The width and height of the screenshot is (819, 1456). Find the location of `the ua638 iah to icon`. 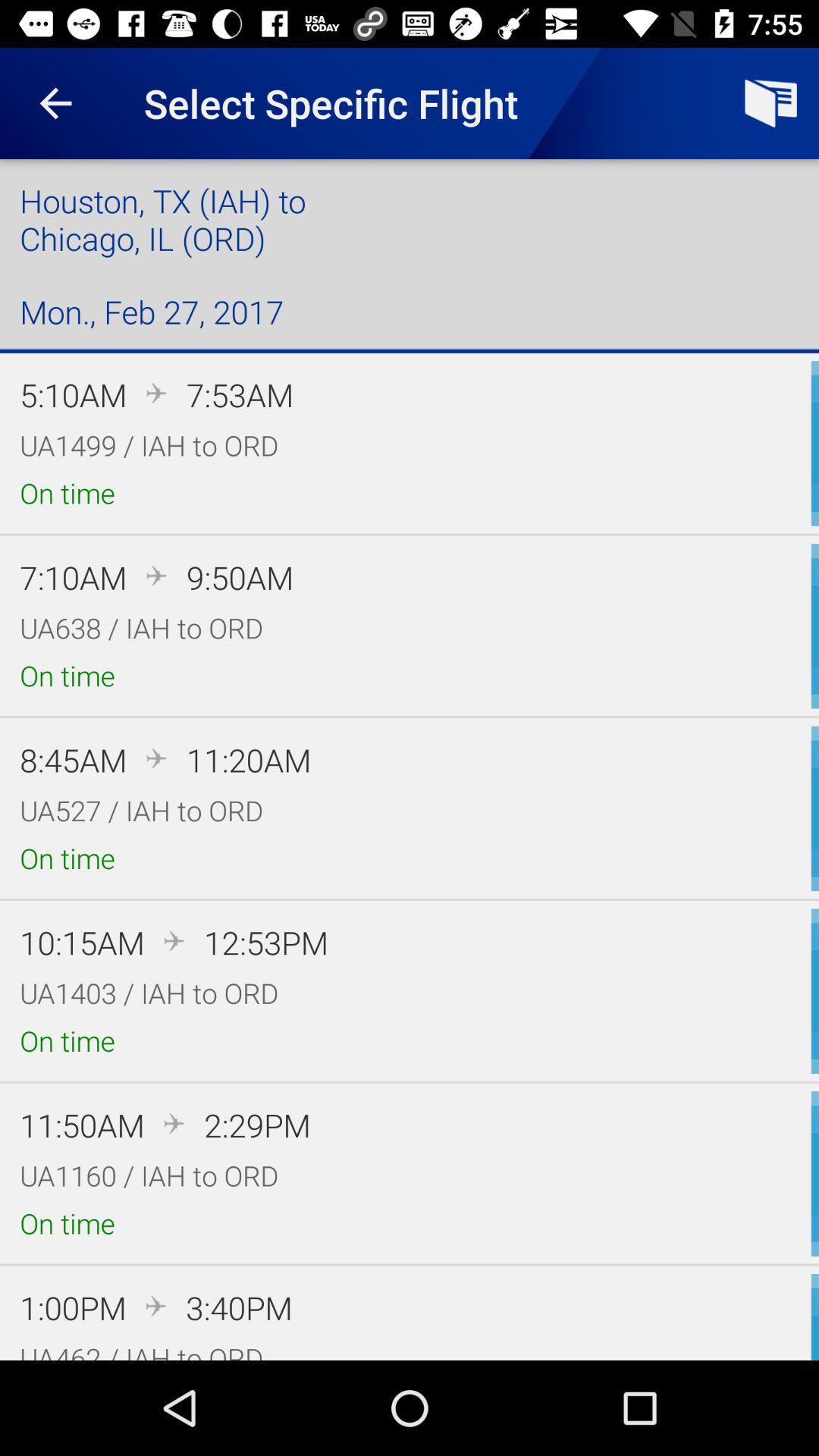

the ua638 iah to icon is located at coordinates (141, 627).